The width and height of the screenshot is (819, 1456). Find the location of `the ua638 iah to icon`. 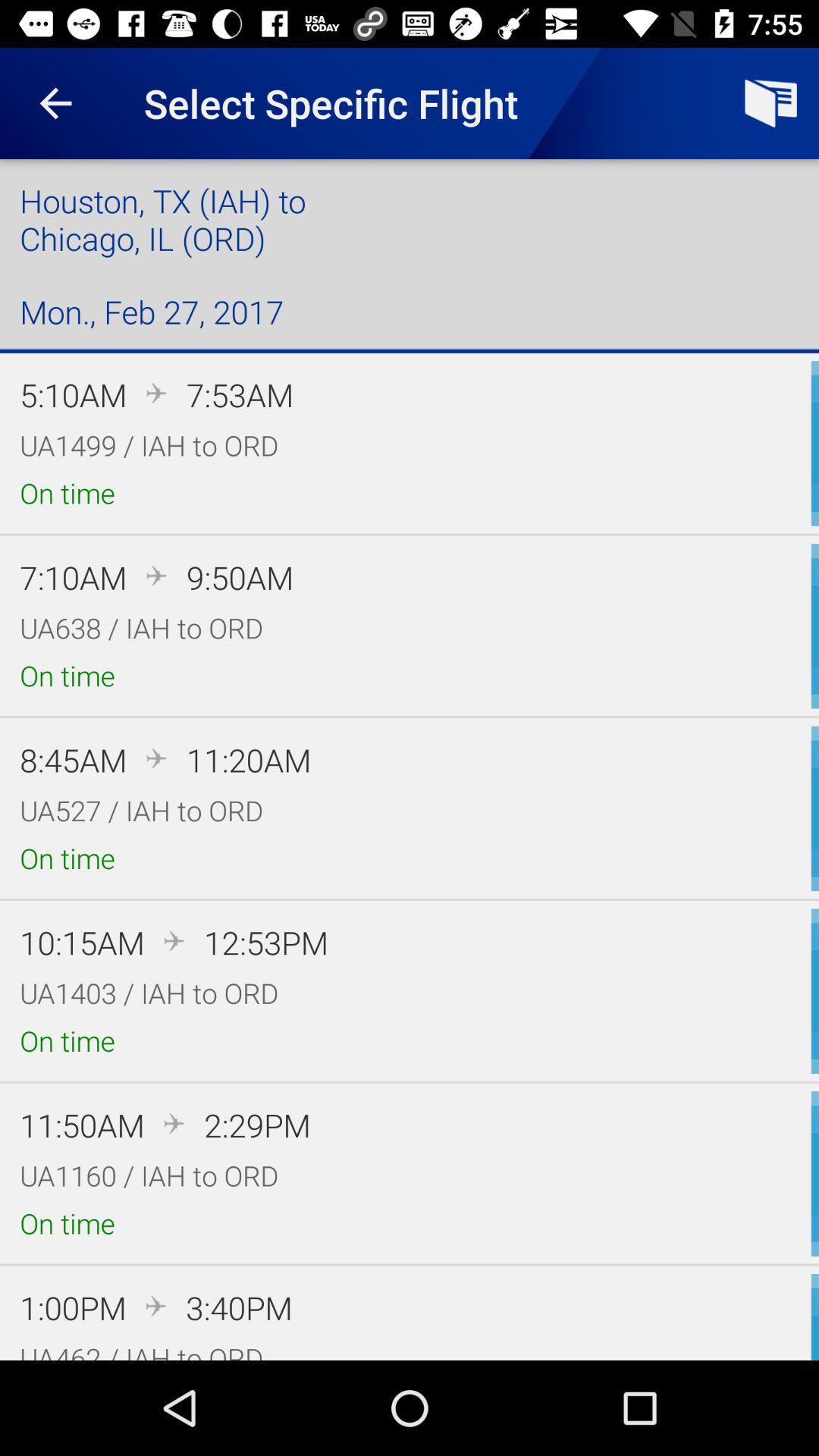

the ua638 iah to icon is located at coordinates (141, 627).